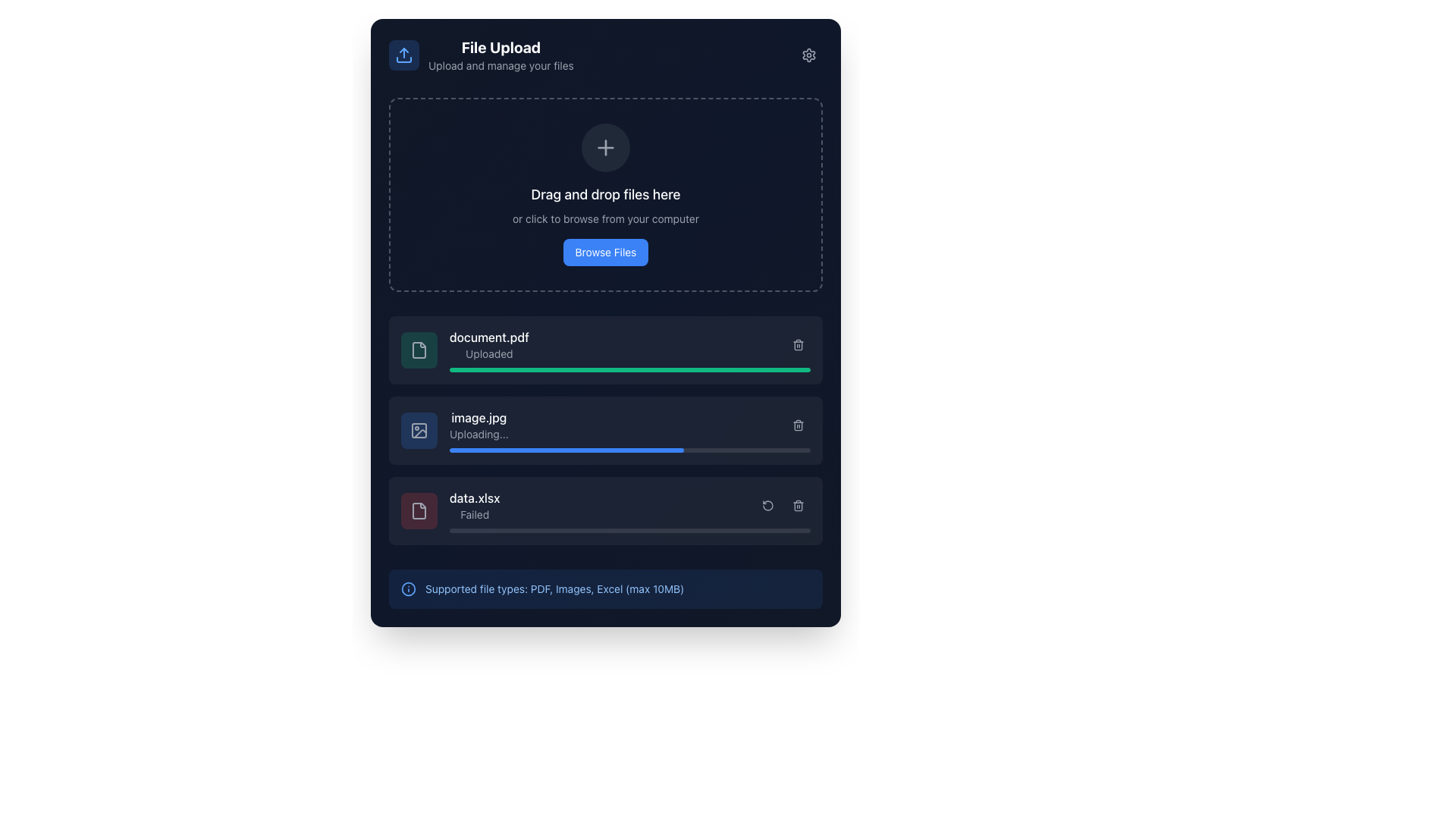 This screenshot has height=819, width=1456. I want to click on static text label that contains the instruction 'or click to browse from your computer', which is styled in a smaller font size and light gray color, located below the text 'Drag and drop files here', so click(604, 219).